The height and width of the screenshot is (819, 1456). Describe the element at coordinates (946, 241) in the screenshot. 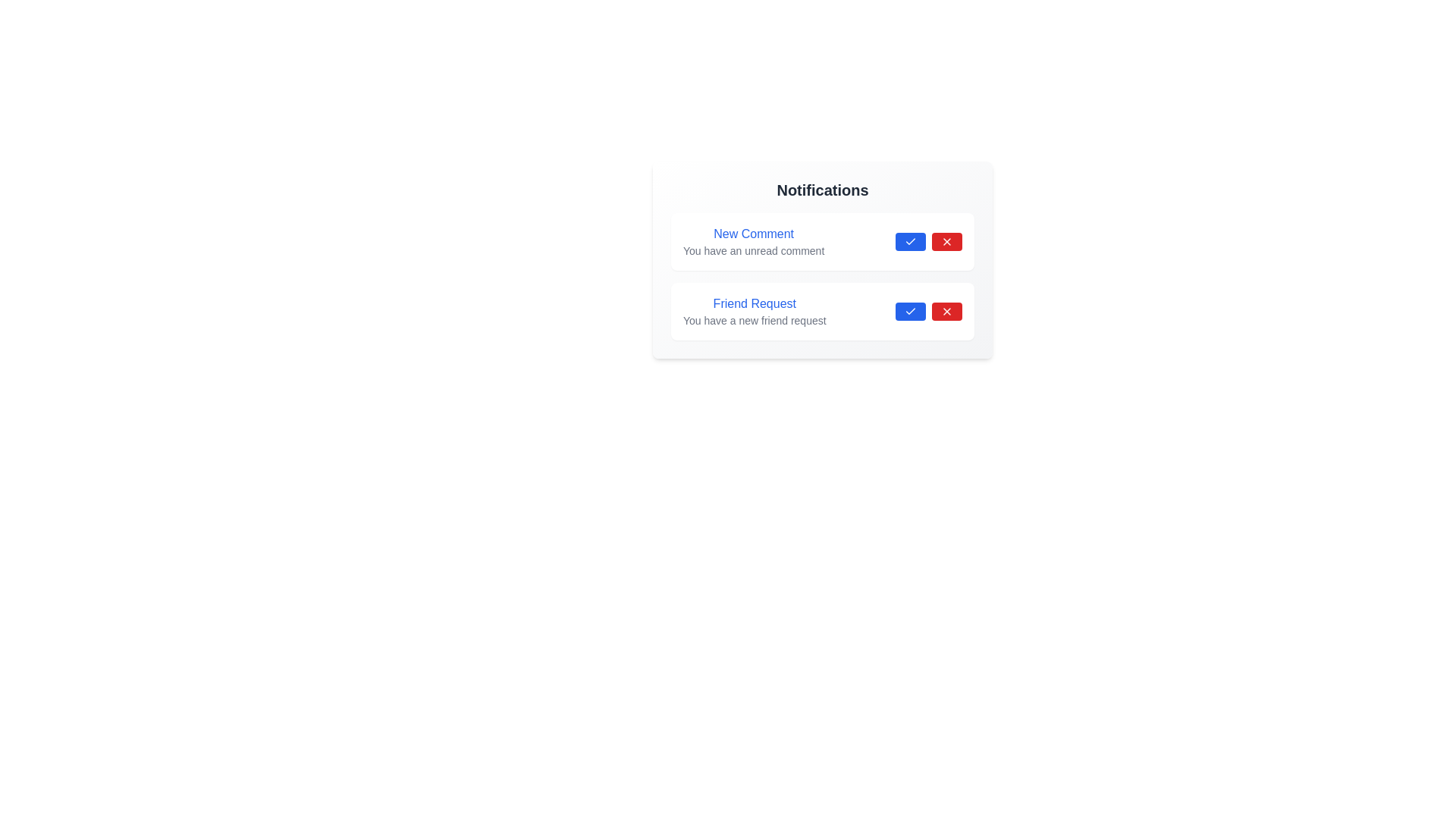

I see `the red square button with a white diagonal cross icon located in the notification card for 'New Comment'` at that location.